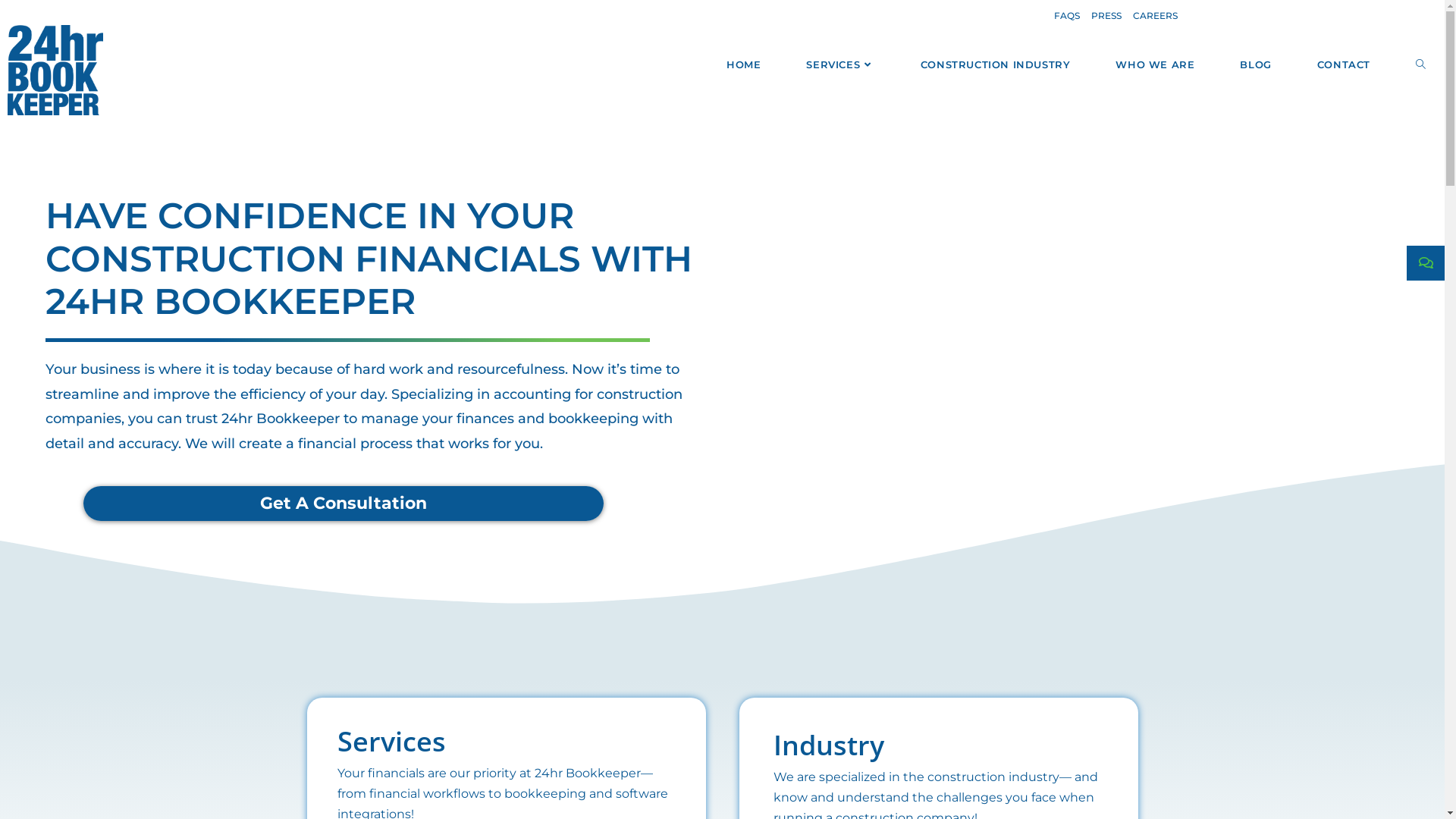 The image size is (1456, 819). I want to click on 'PRESS', so click(1090, 15).